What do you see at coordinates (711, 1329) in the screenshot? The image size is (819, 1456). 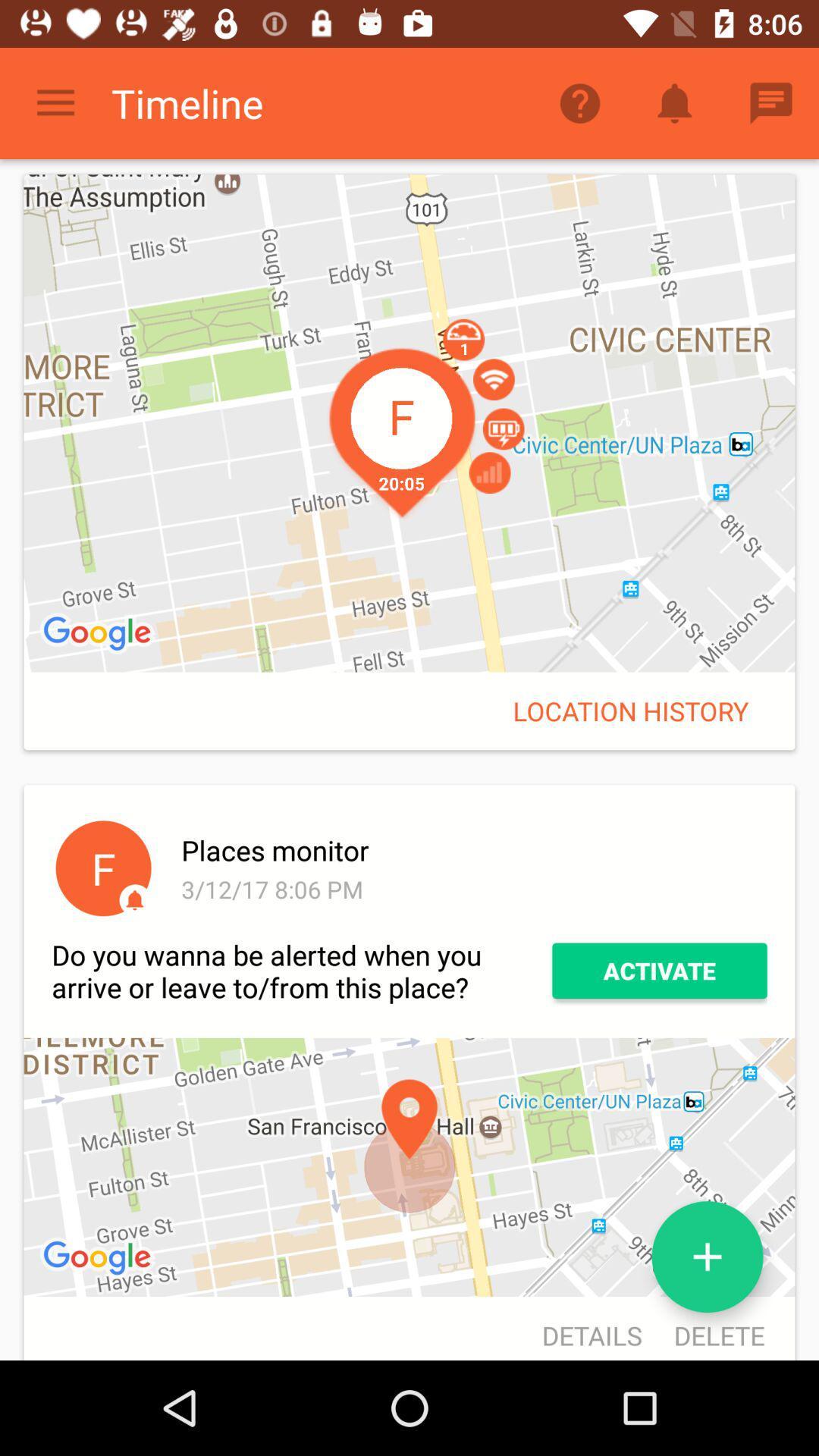 I see `the delete item` at bounding box center [711, 1329].